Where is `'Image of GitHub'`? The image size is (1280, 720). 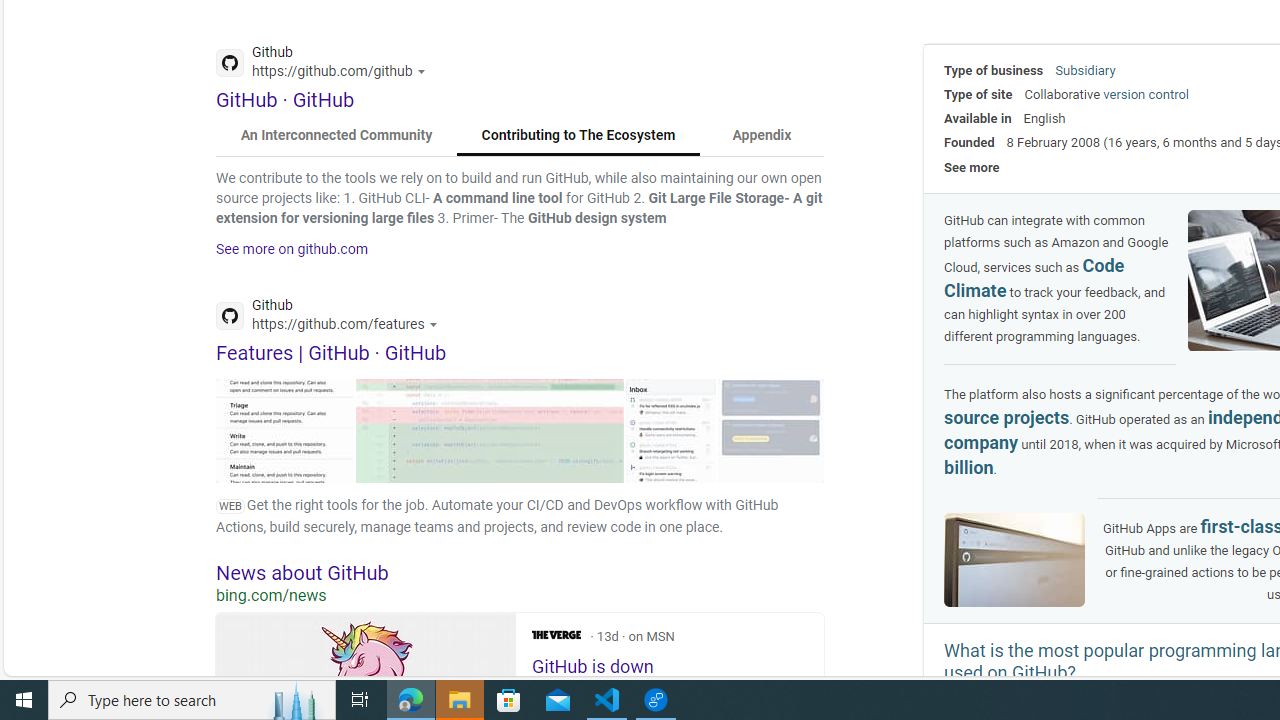
'Image of GitHub' is located at coordinates (1015, 561).